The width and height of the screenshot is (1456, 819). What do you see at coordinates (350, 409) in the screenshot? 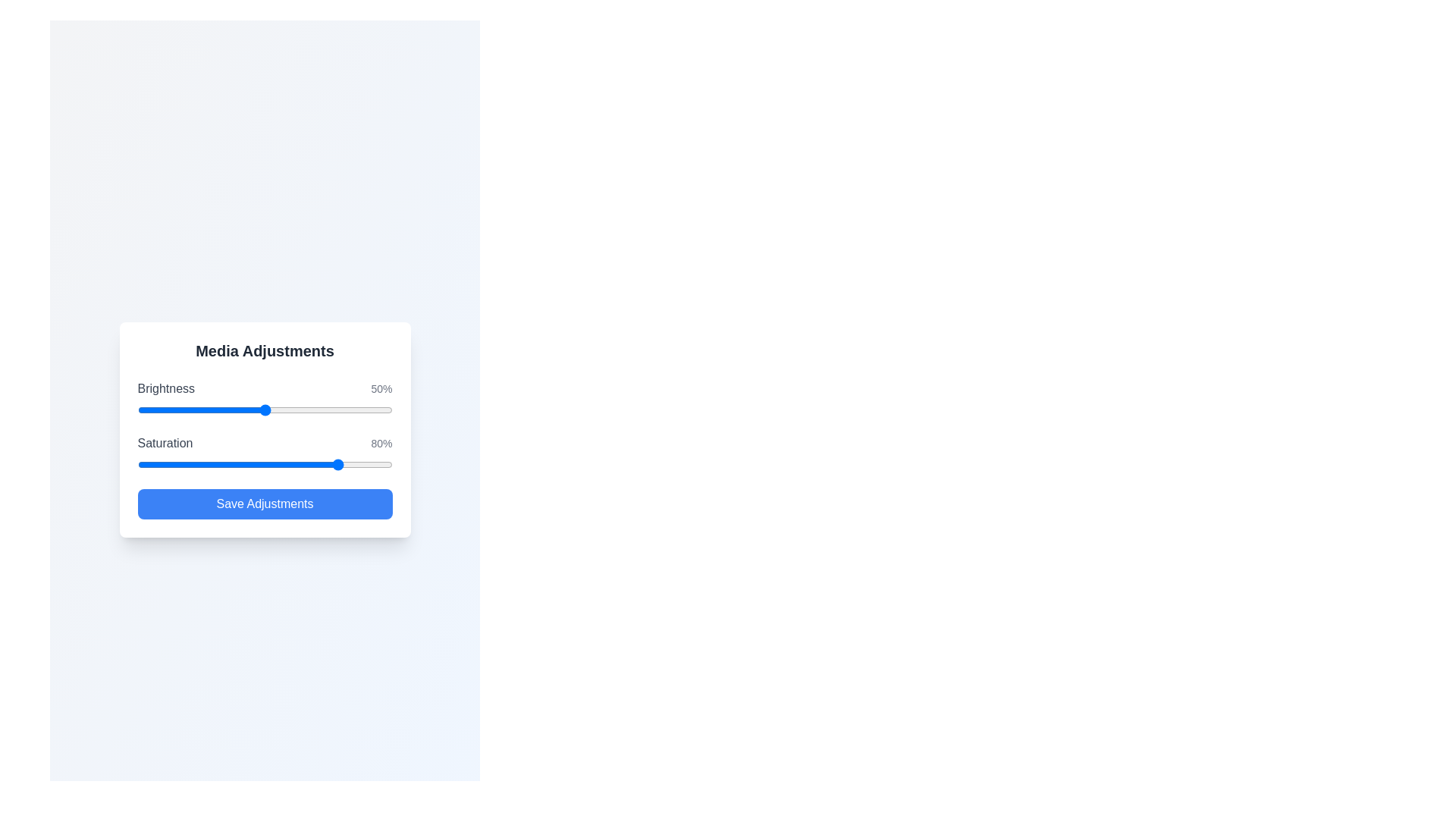
I see `the brightness slider to 84%` at bounding box center [350, 409].